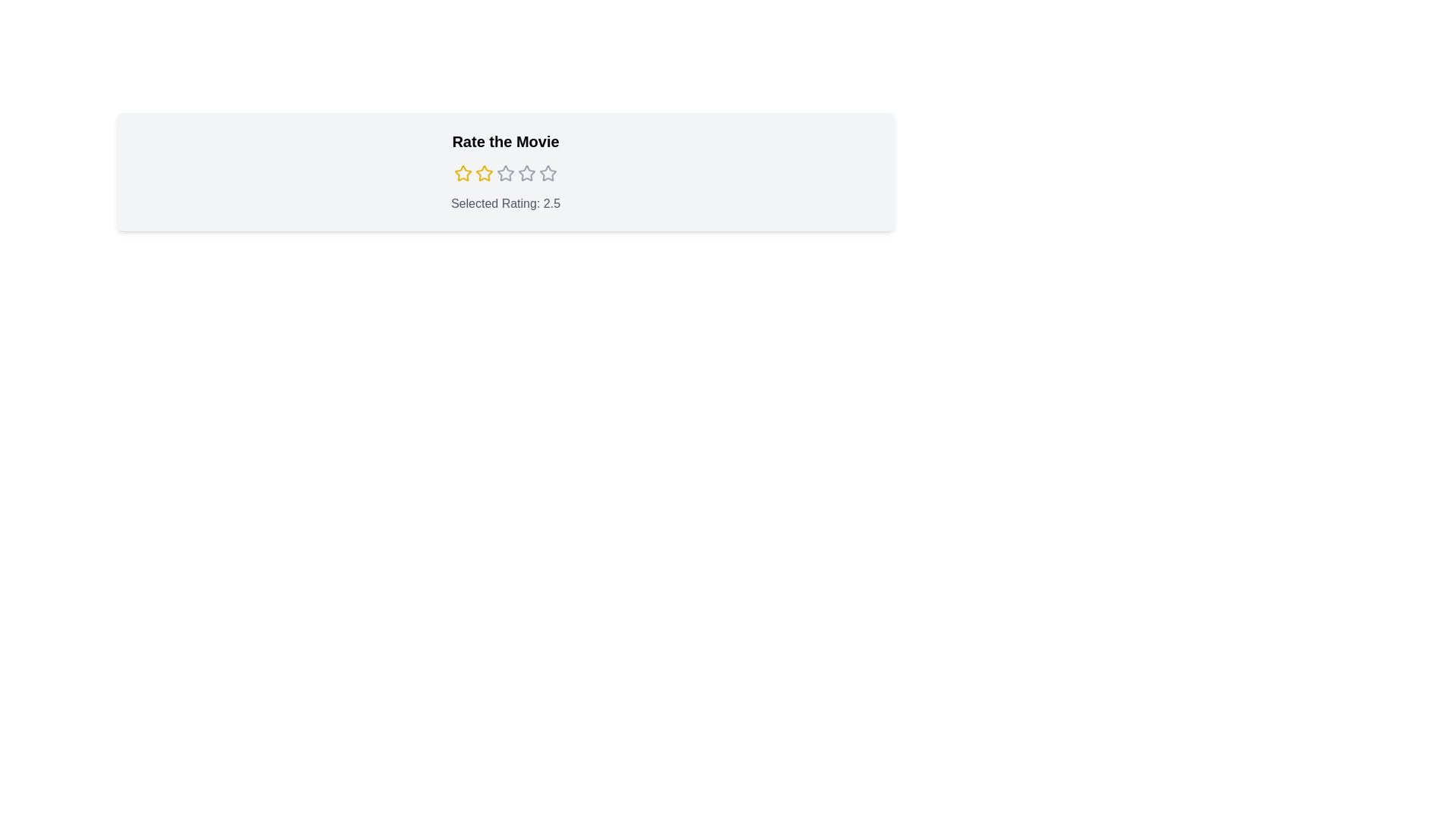 The width and height of the screenshot is (1456, 819). Describe the element at coordinates (527, 172) in the screenshot. I see `the third star icon in the rating system, which allows users to input a rating visually` at that location.